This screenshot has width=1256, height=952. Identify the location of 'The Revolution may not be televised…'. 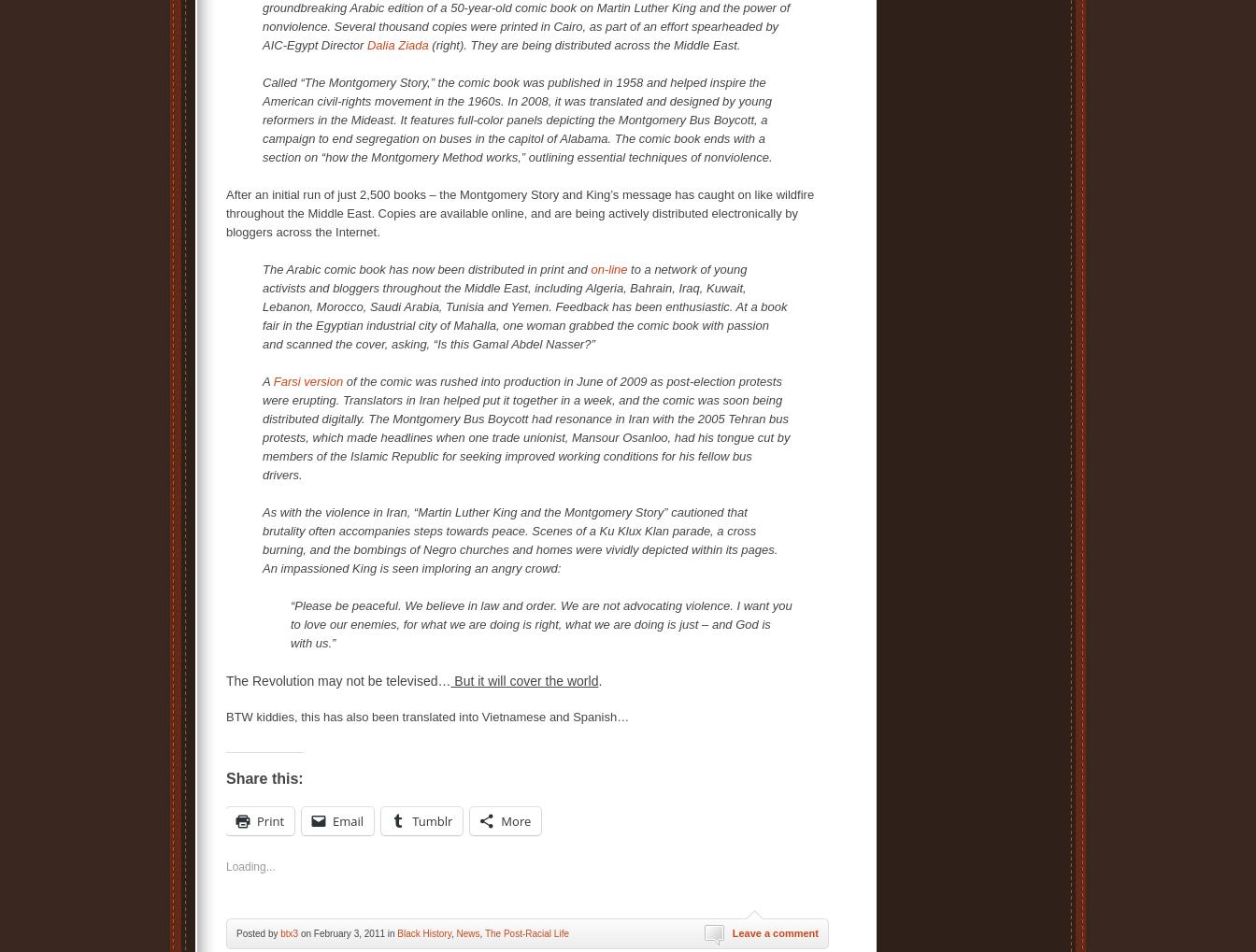
(337, 680).